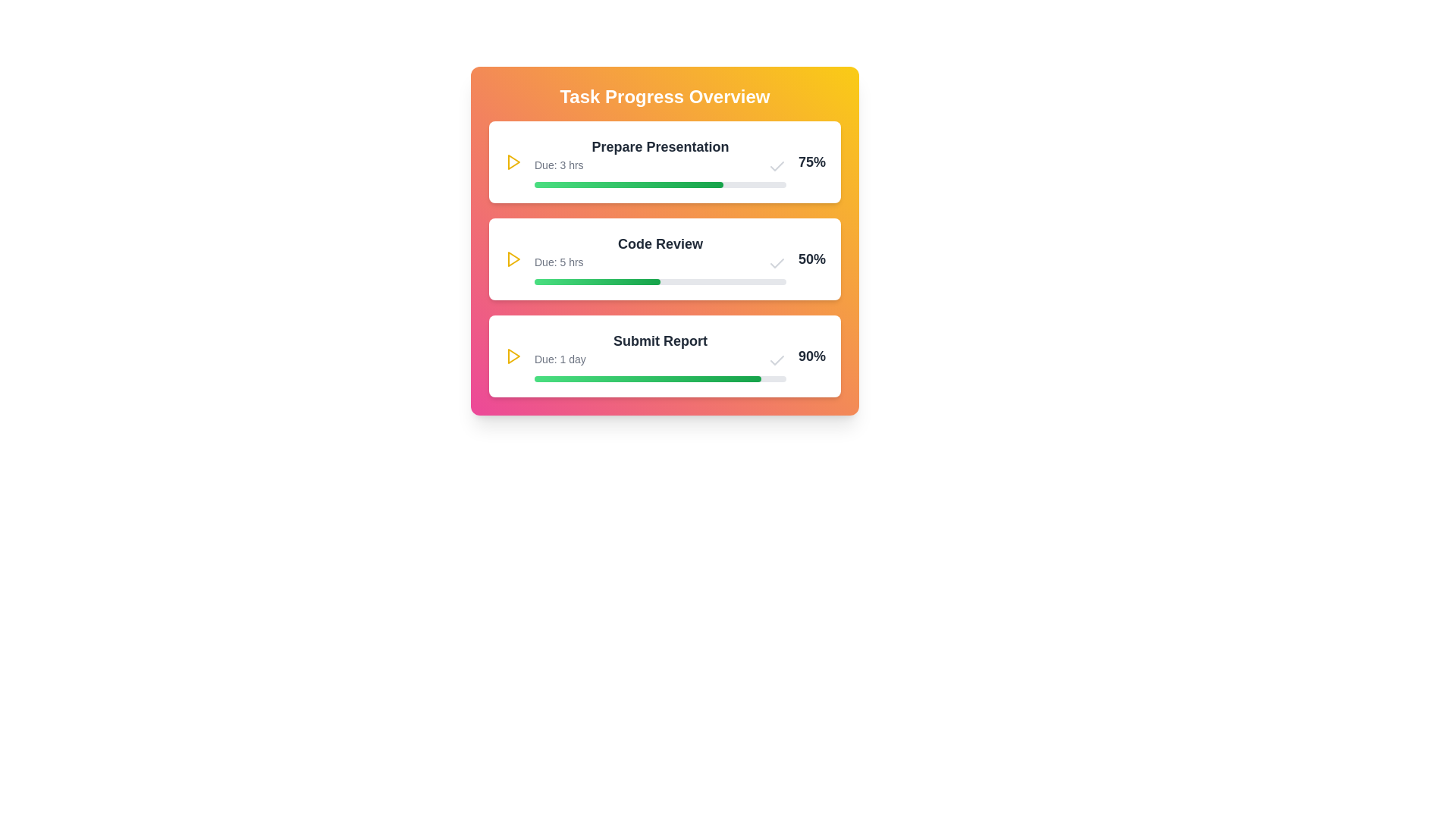 This screenshot has height=819, width=1456. Describe the element at coordinates (660, 146) in the screenshot. I see `the bold text label reading 'Prepare Presentation' located at the top of the card in the progress cards section` at that location.